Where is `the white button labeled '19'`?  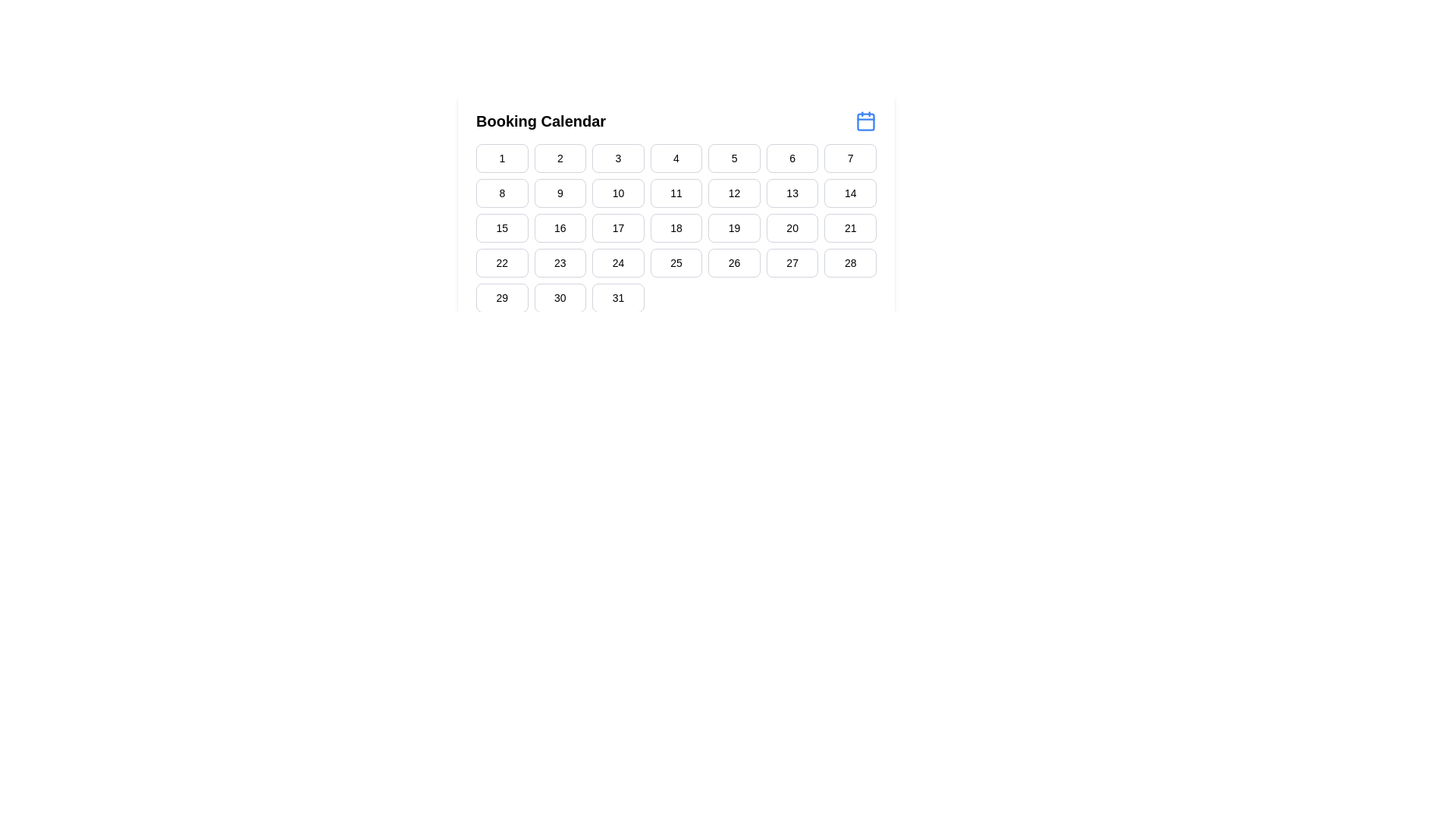
the white button labeled '19' is located at coordinates (734, 227).